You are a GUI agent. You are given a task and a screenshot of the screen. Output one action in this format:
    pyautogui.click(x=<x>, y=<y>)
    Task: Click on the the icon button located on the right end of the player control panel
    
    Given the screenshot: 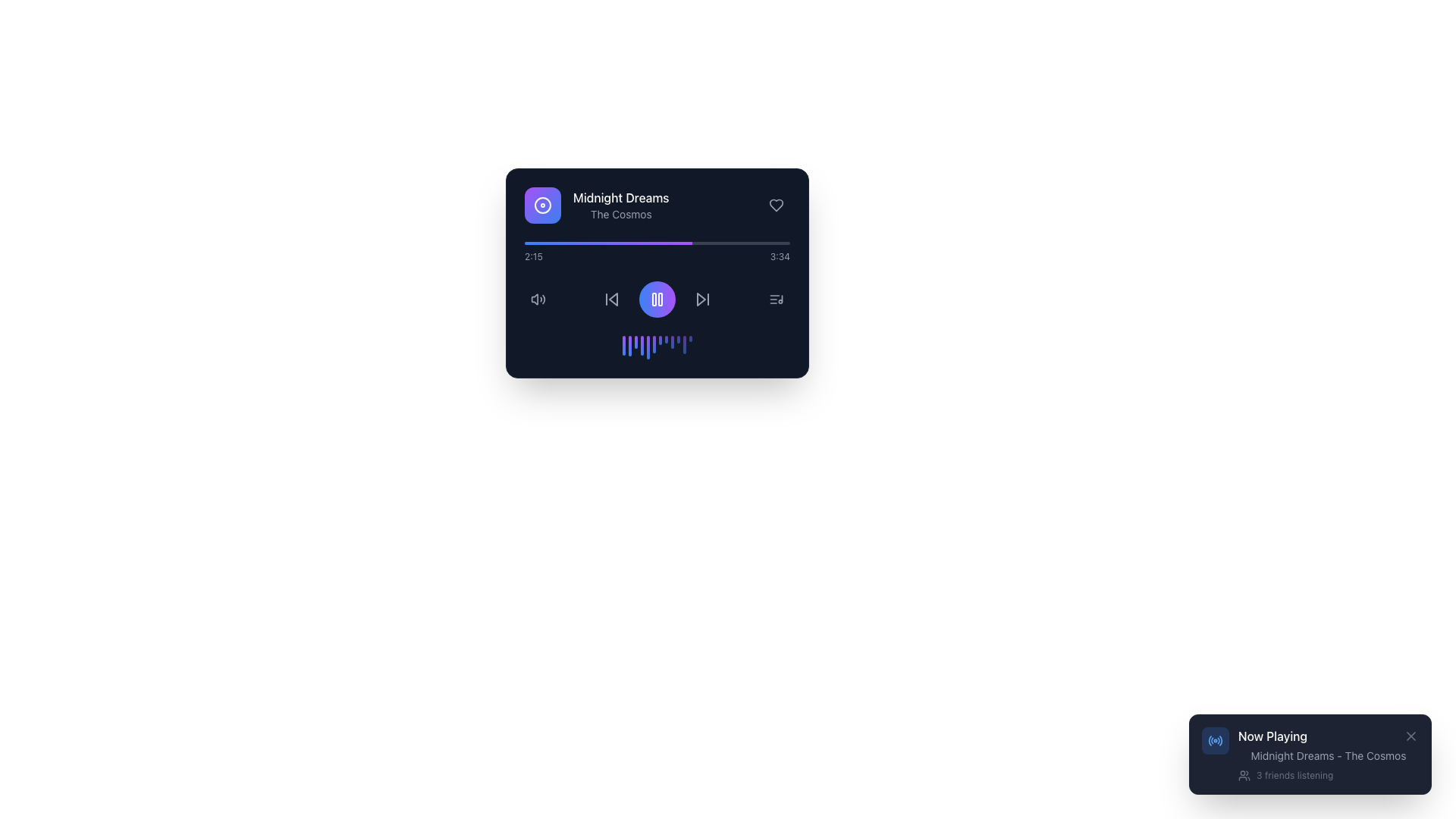 What is the action you would take?
    pyautogui.click(x=776, y=299)
    